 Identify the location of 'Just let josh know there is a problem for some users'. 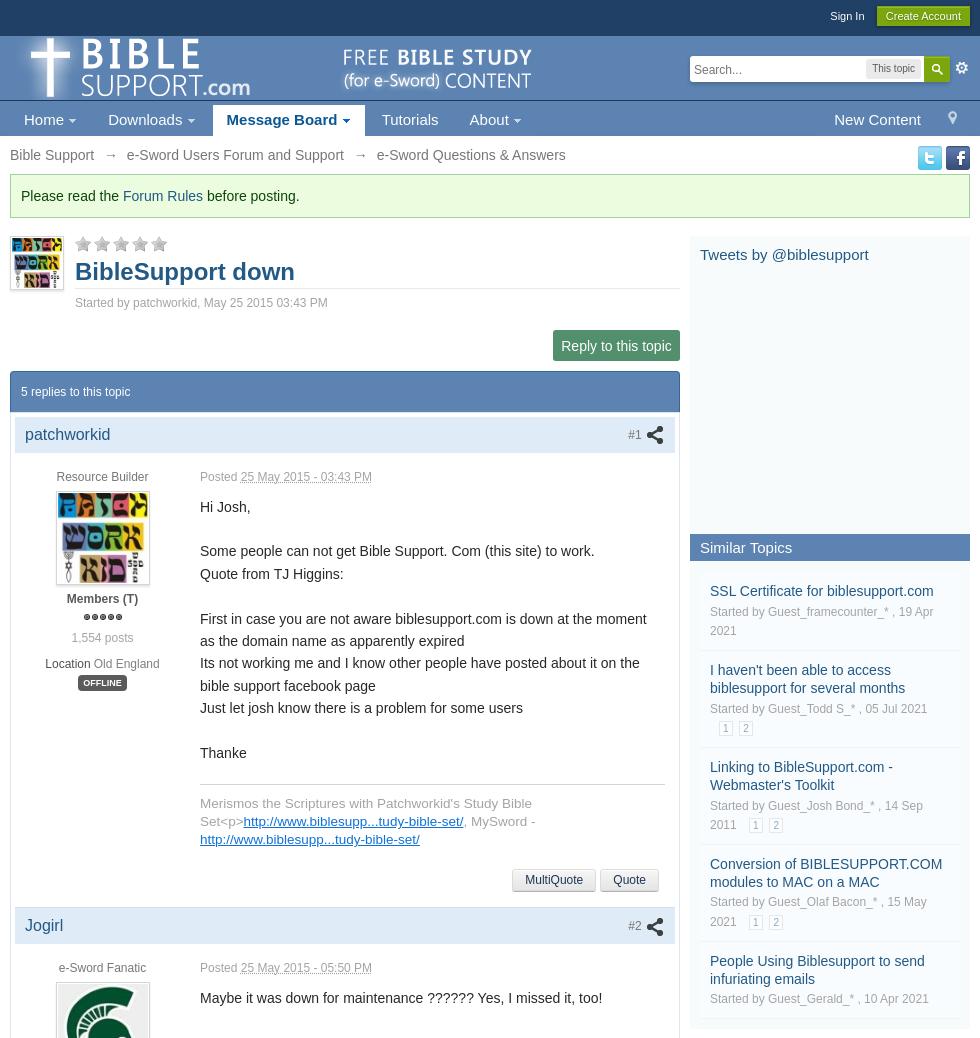
(361, 707).